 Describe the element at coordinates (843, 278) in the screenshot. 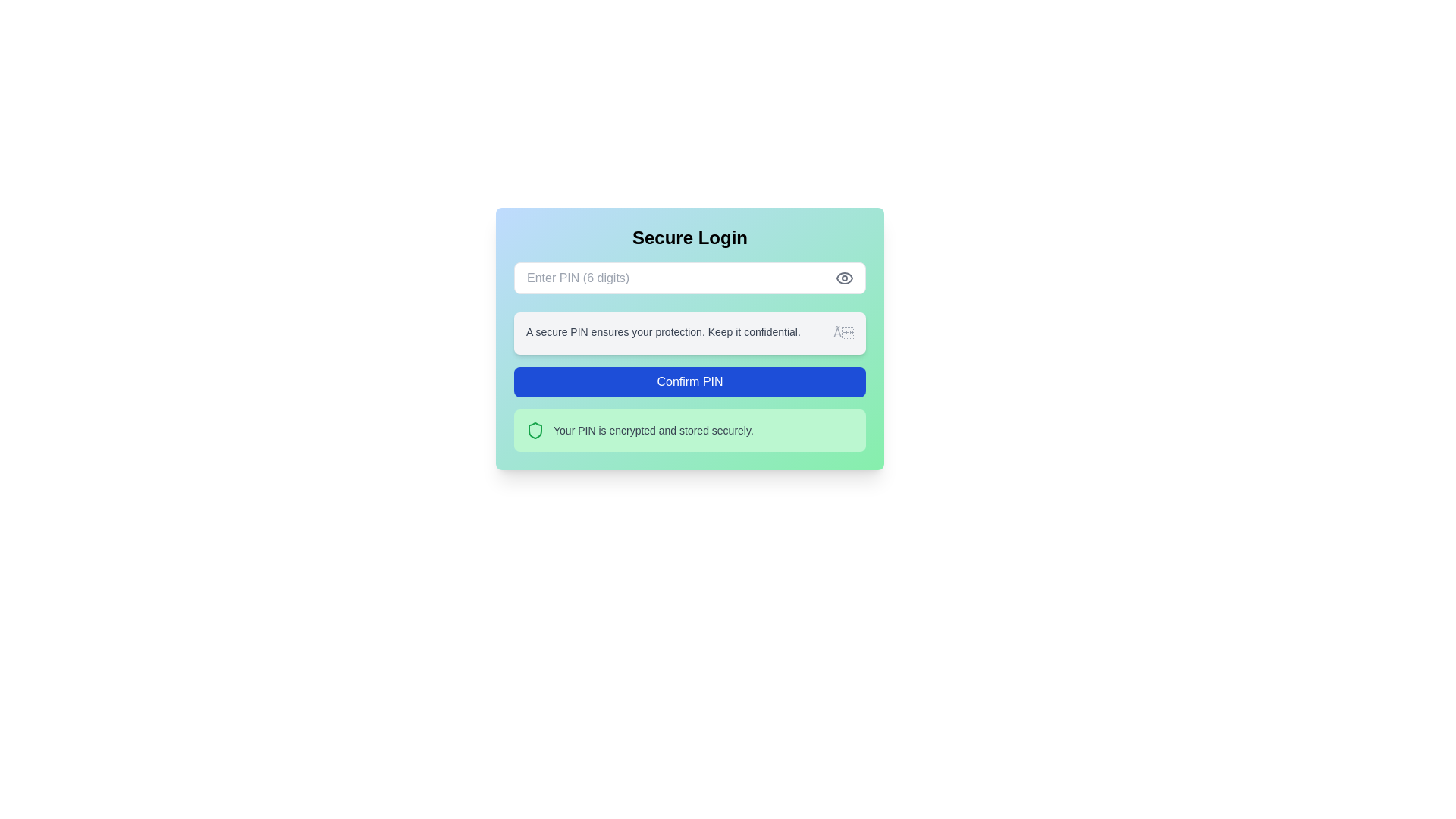

I see `the eye icon located to the right of the PIN input field in the secure login interface` at that location.